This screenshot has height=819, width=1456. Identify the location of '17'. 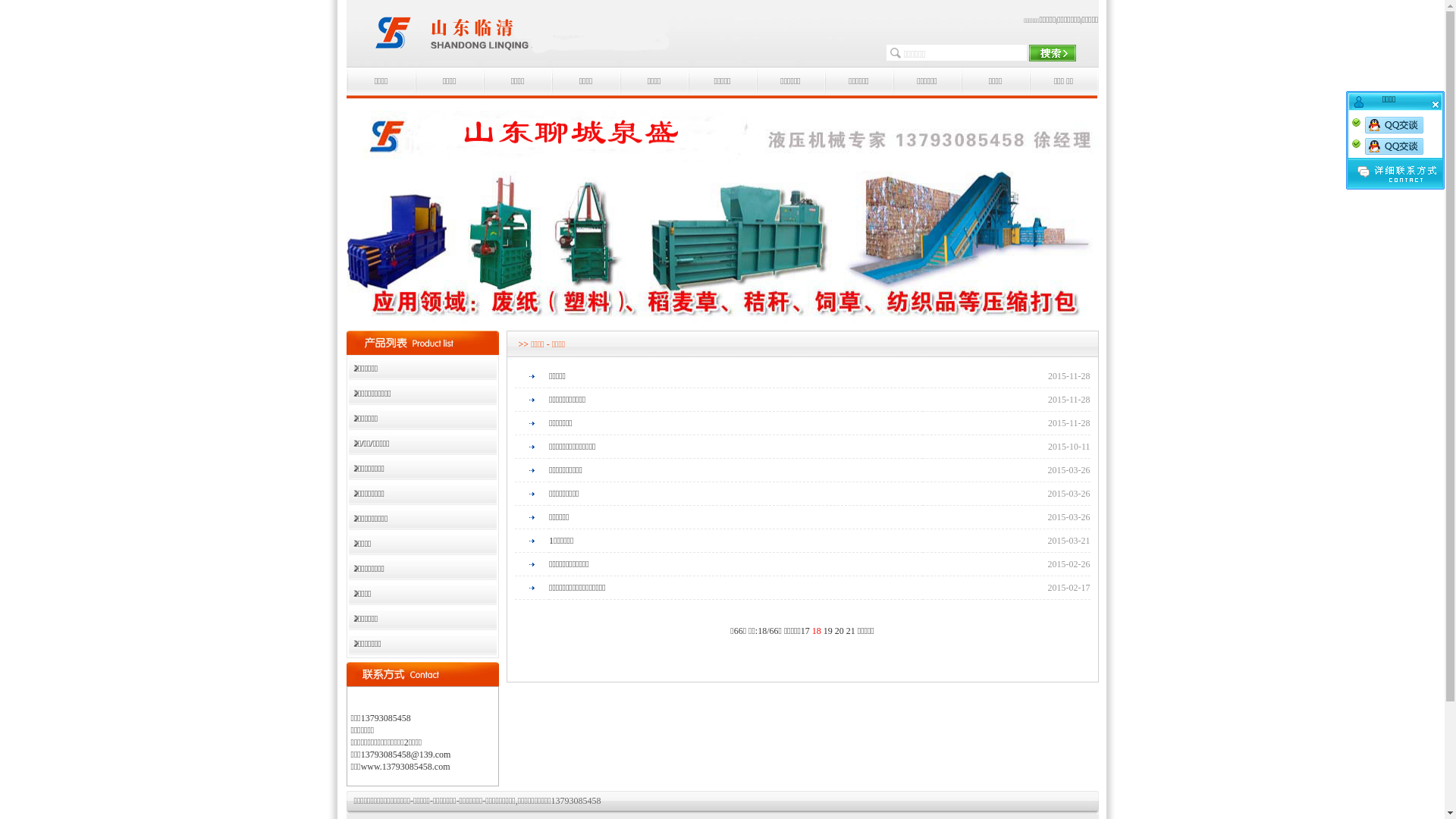
(800, 631).